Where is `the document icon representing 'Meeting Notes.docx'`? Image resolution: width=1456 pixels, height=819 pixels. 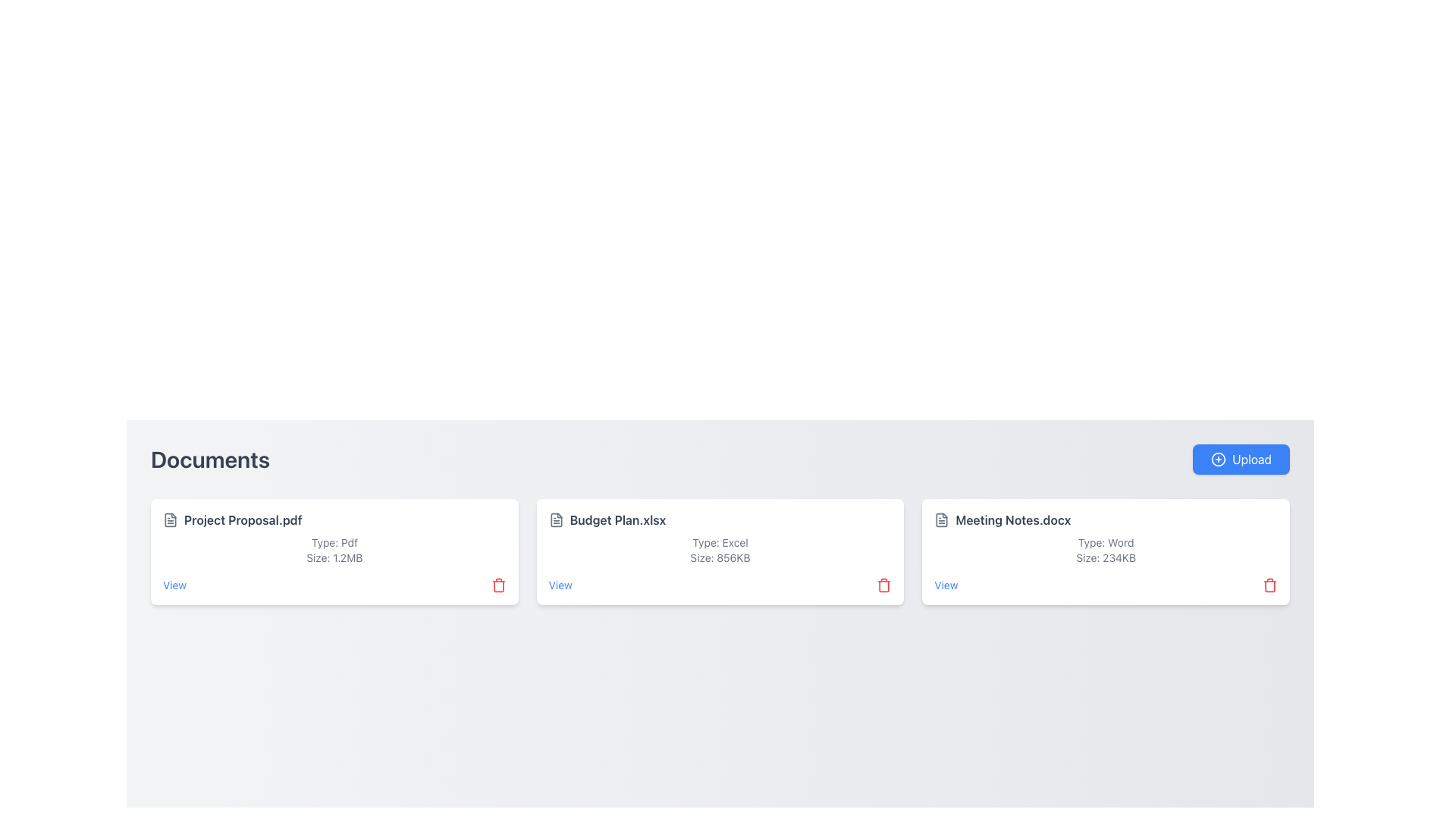 the document icon representing 'Meeting Notes.docx' is located at coordinates (941, 519).